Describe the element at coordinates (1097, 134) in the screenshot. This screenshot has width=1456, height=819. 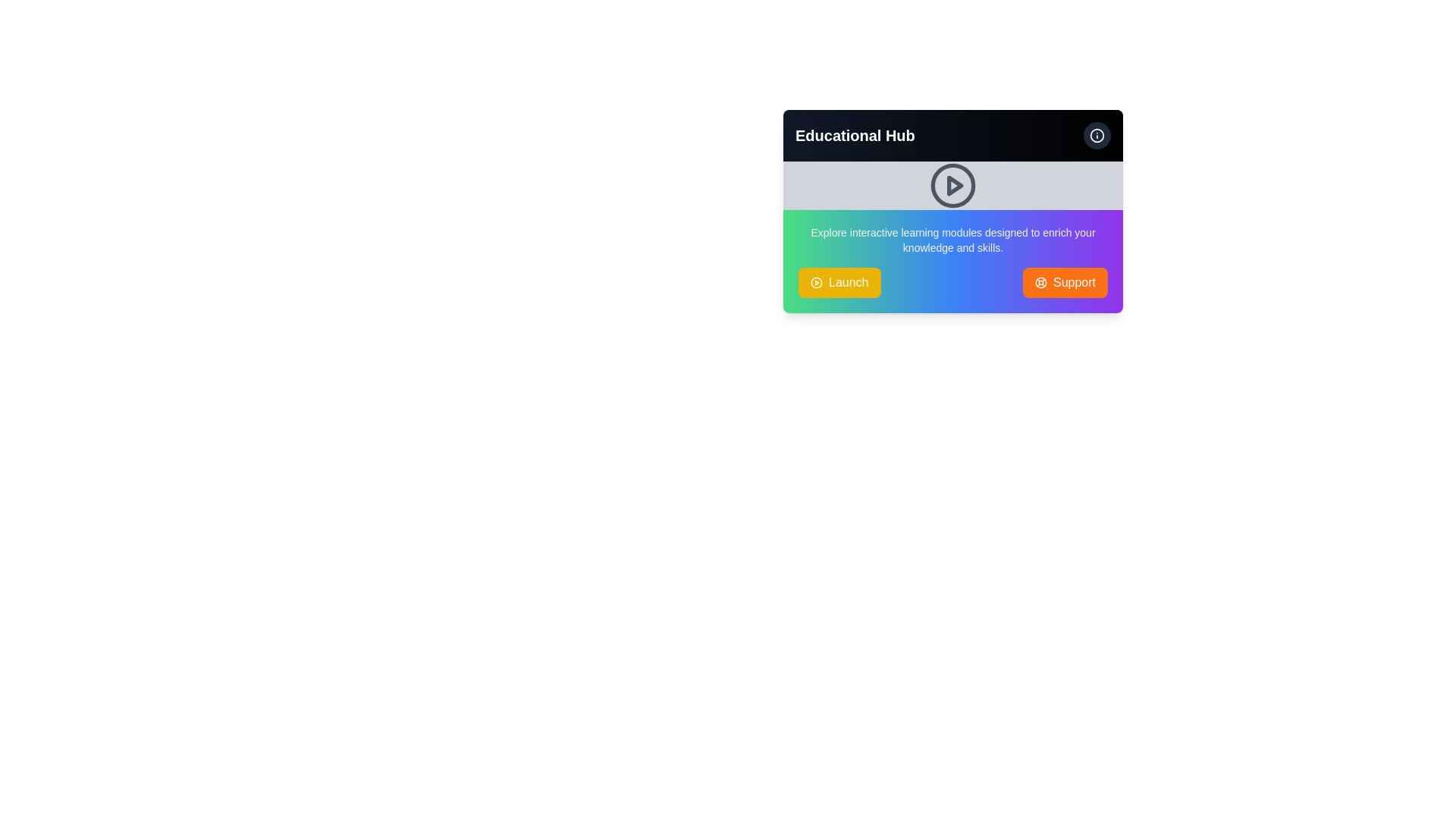
I see `the circular informational button with a dark gray background and white 'i' icon located in the upper right corner of the 'Educational Hub' header` at that location.